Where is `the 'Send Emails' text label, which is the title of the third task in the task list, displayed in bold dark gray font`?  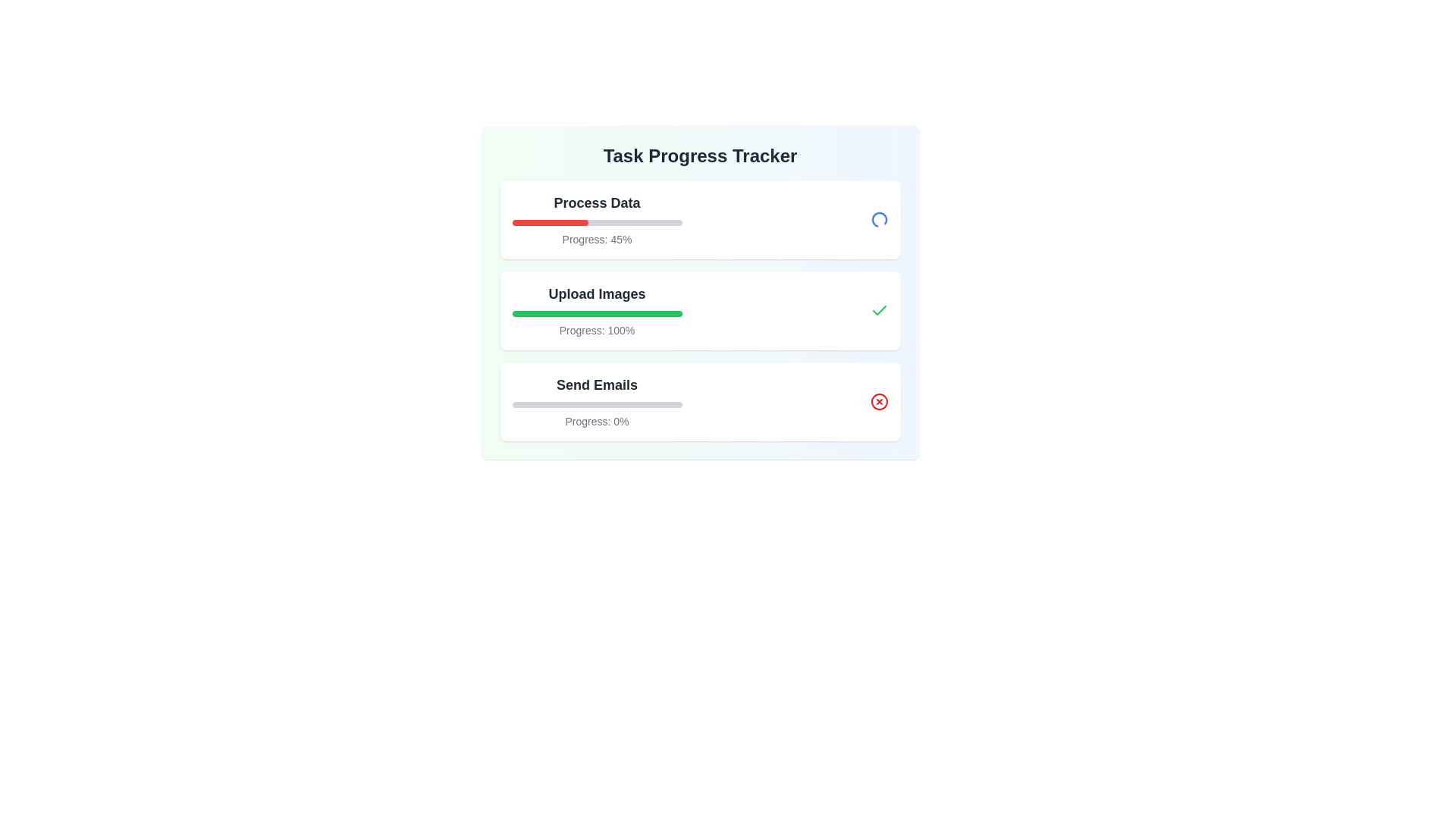 the 'Send Emails' text label, which is the title of the third task in the task list, displayed in bold dark gray font is located at coordinates (596, 384).